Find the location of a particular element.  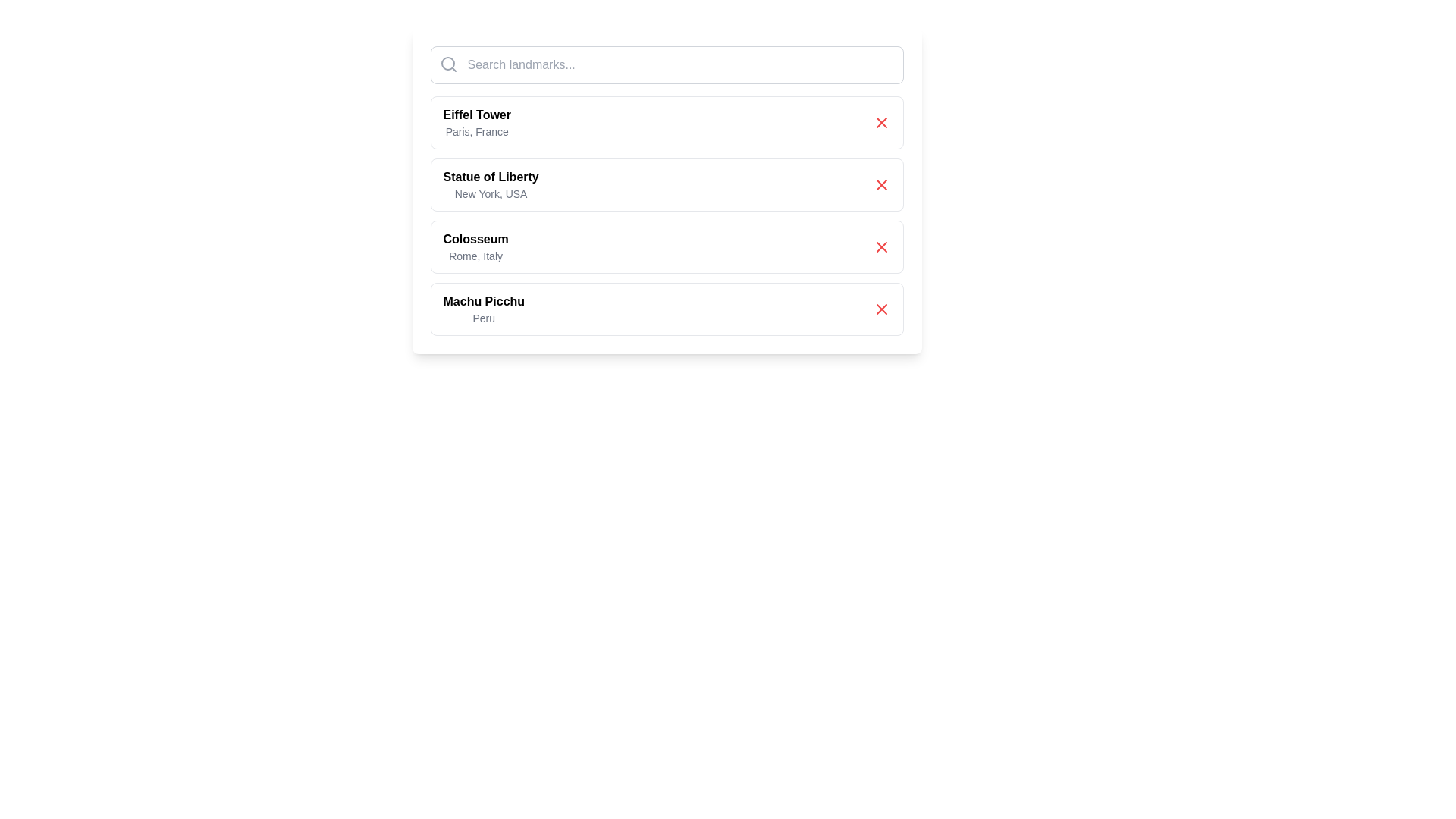

text label that displays 'Paris, France', which is located below the text 'Eiffel Tower' in a light gray color on the top card of the vertical list of landmarks is located at coordinates (476, 130).